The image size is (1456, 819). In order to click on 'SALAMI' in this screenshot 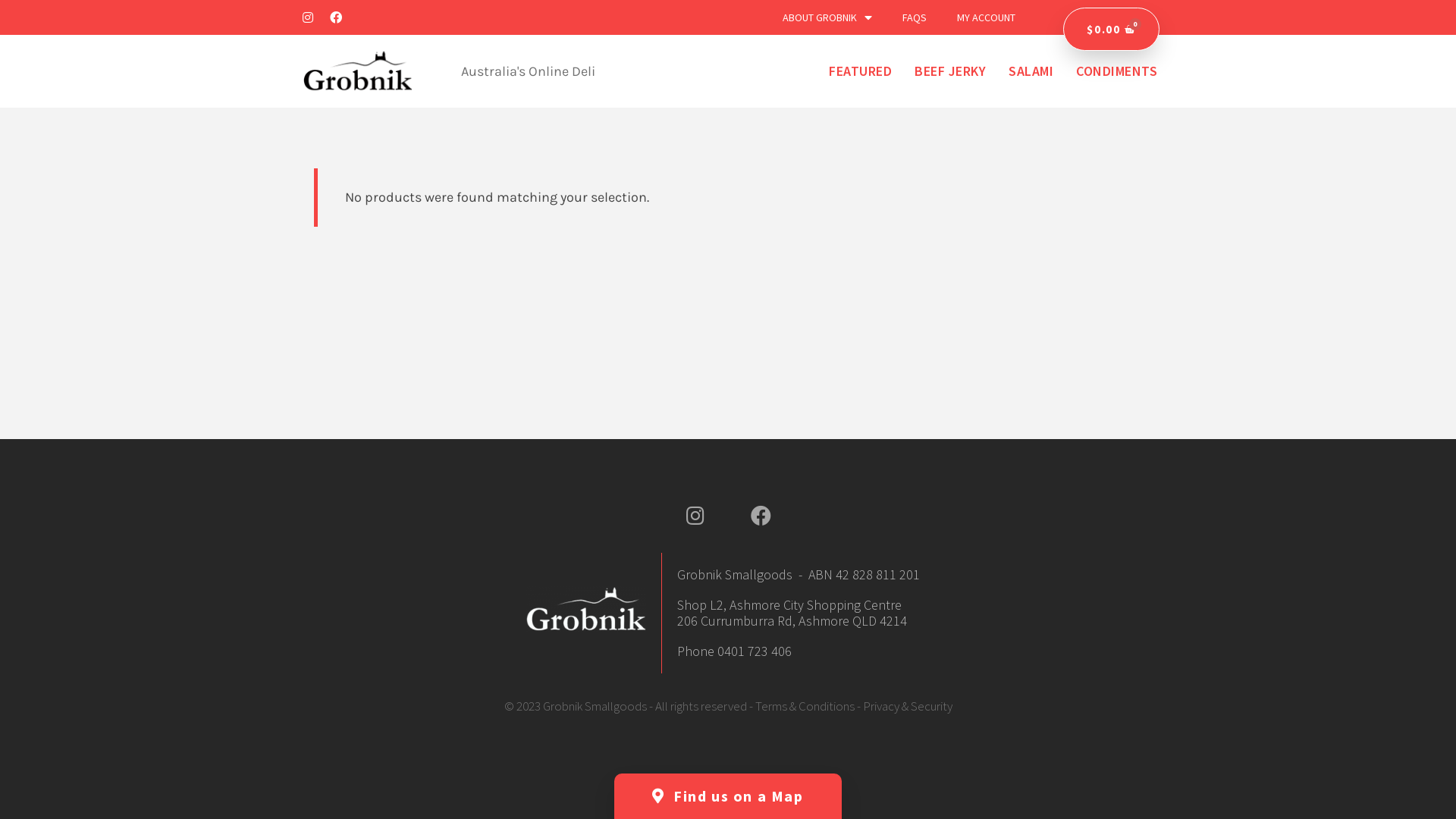, I will do `click(1031, 71)`.